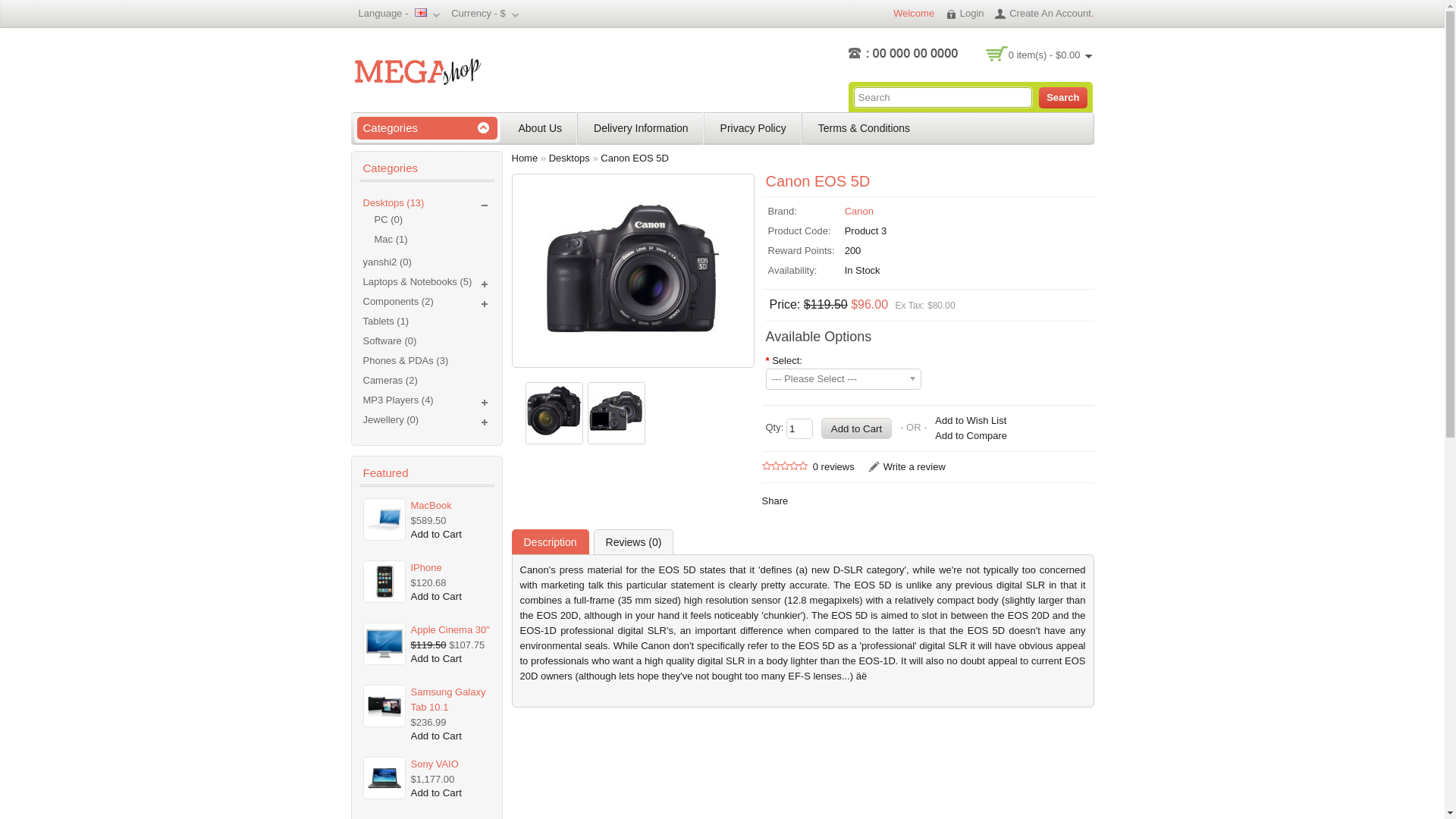 This screenshot has height=819, width=1456. I want to click on 'Software (0)', so click(362, 340).